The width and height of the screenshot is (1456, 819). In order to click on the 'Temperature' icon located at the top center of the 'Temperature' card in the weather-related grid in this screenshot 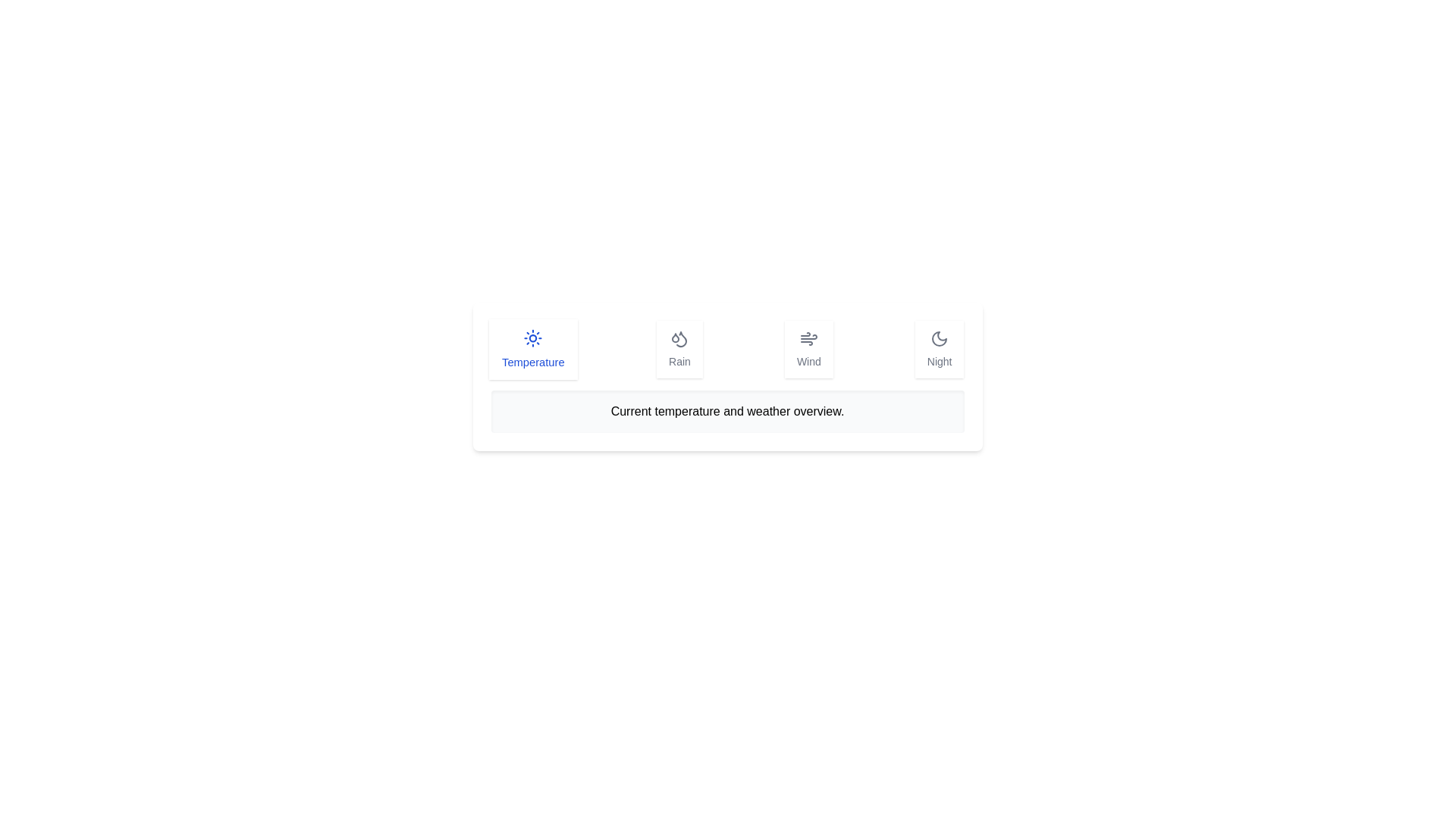, I will do `click(532, 337)`.